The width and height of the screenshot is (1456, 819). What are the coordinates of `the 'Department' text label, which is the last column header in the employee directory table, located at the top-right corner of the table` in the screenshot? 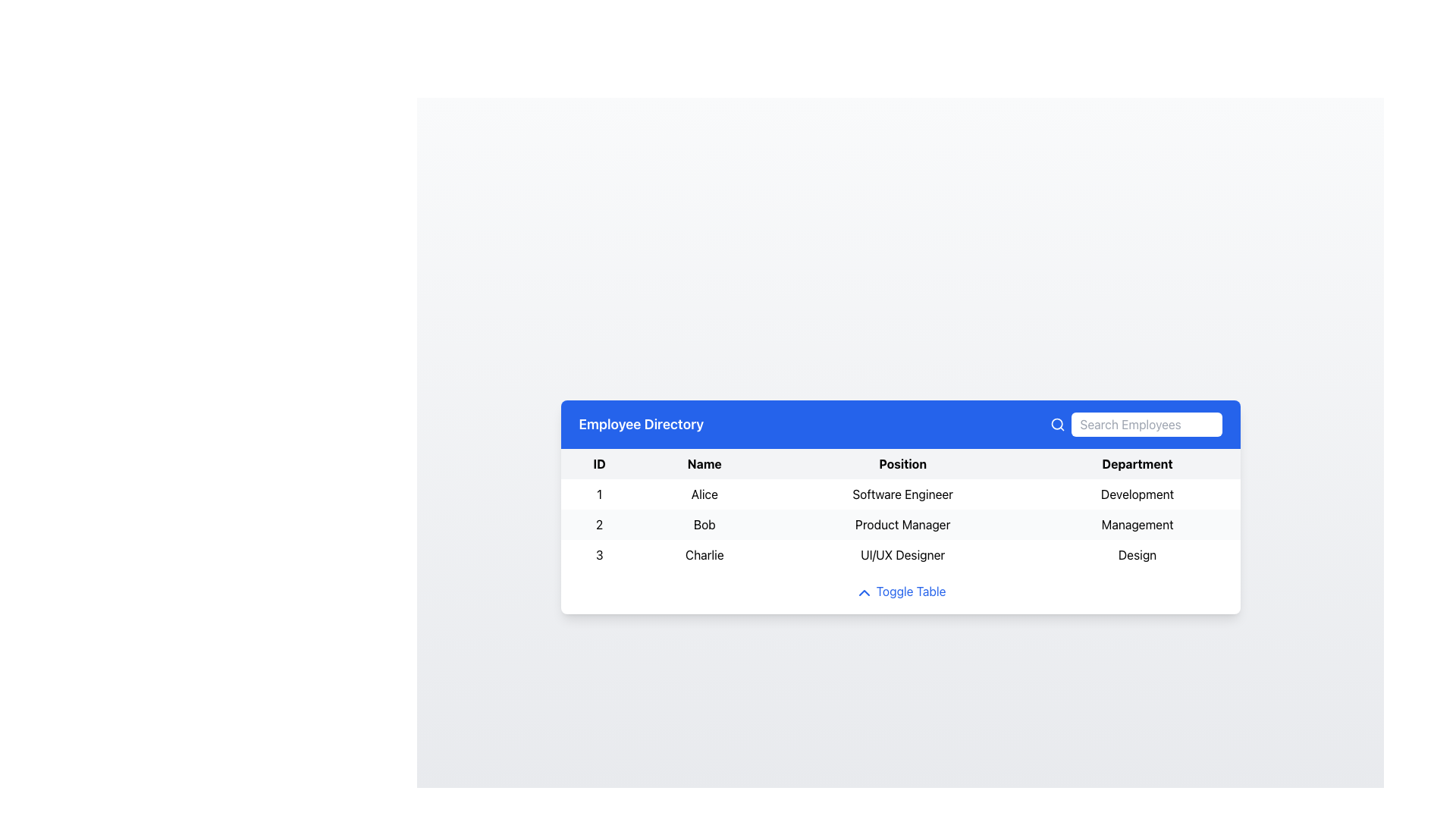 It's located at (1137, 463).